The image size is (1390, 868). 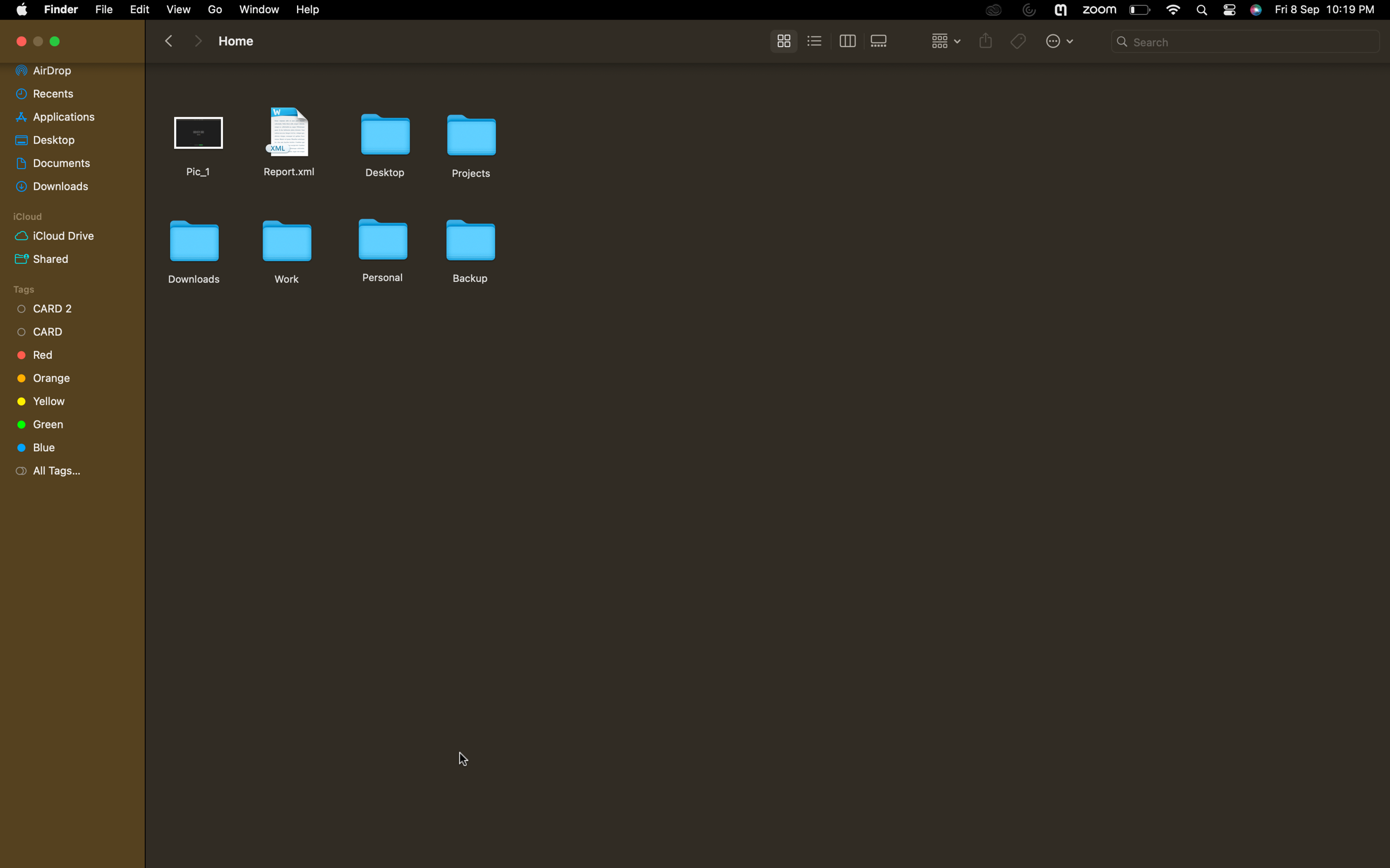 What do you see at coordinates (56, 42) in the screenshot?
I see `Minimize the Screen using the yellow button on top` at bounding box center [56, 42].